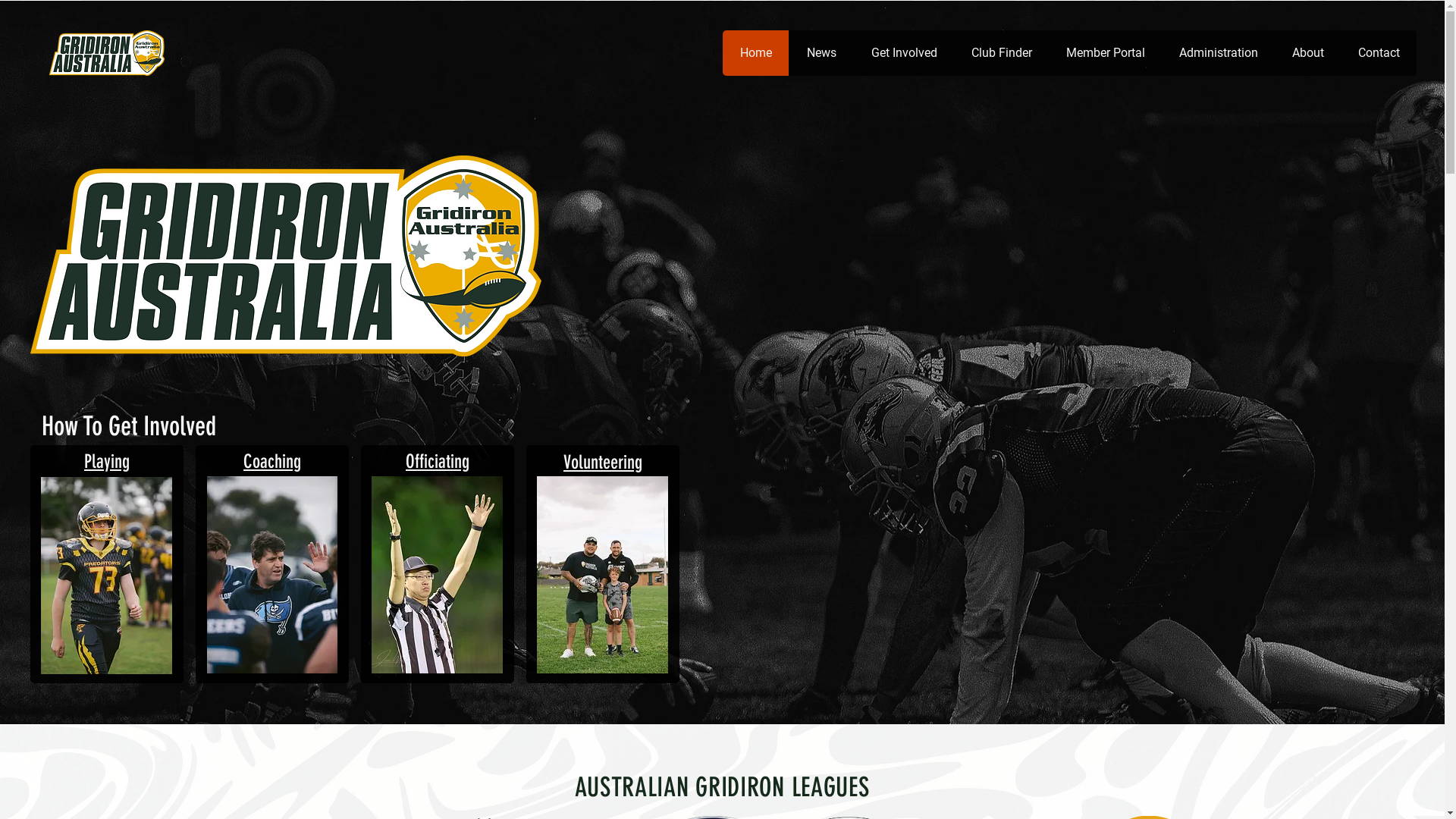  Describe the element at coordinates (602, 461) in the screenshot. I see `'Volunteering'` at that location.